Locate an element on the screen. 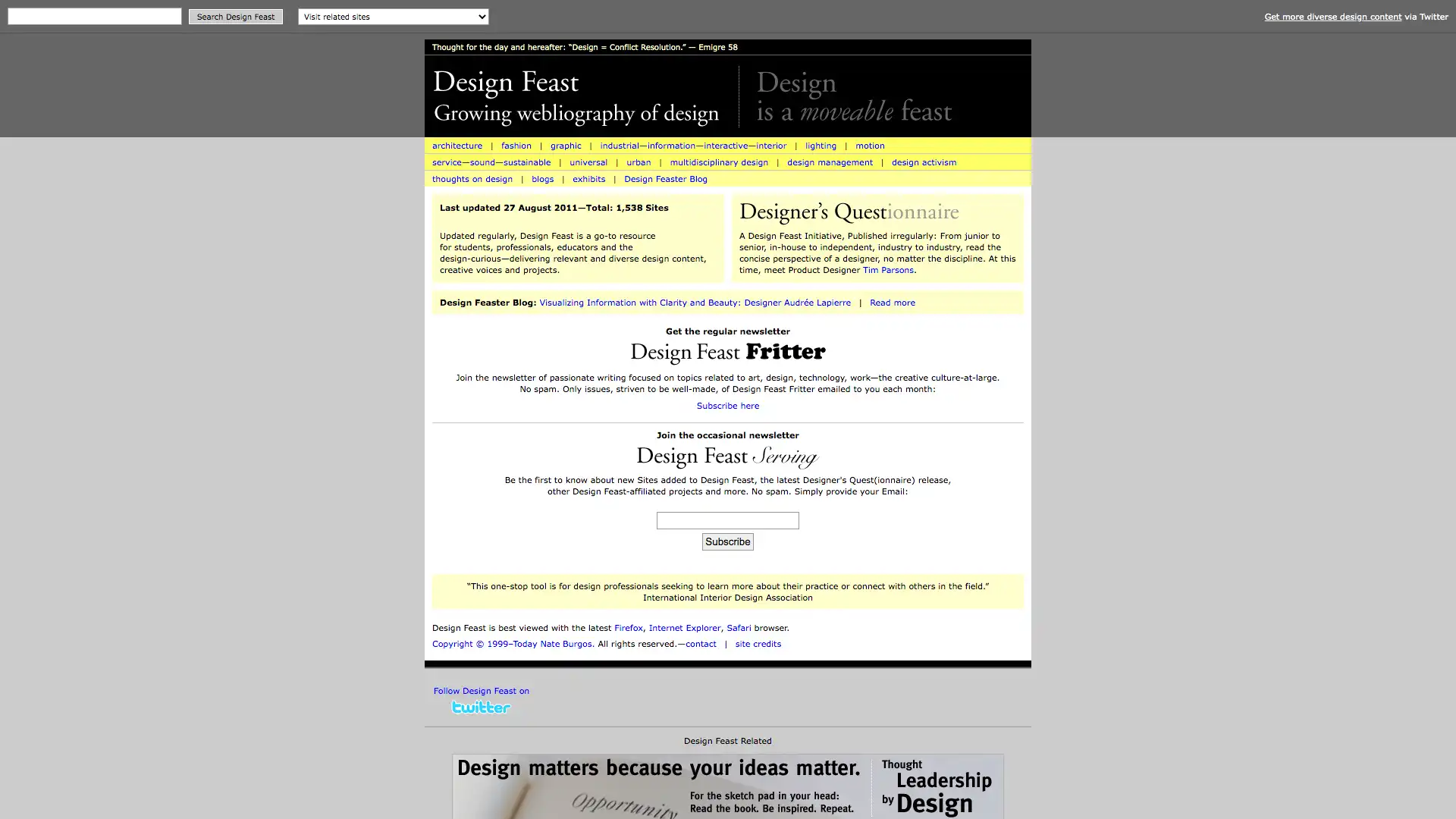 The image size is (1456, 819). Subscribe is located at coordinates (726, 541).